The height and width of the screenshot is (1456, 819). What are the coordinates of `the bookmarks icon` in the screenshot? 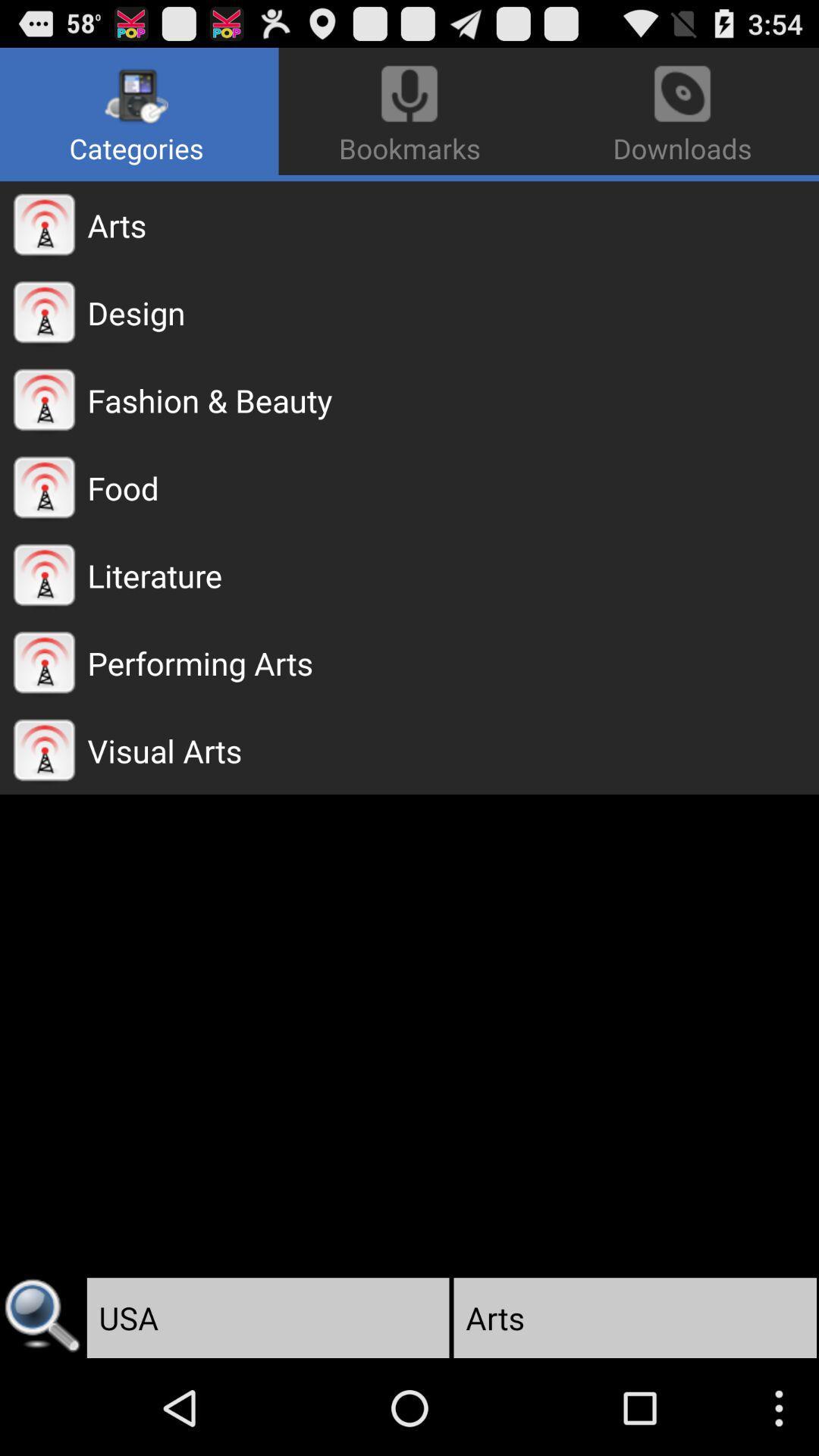 It's located at (409, 111).